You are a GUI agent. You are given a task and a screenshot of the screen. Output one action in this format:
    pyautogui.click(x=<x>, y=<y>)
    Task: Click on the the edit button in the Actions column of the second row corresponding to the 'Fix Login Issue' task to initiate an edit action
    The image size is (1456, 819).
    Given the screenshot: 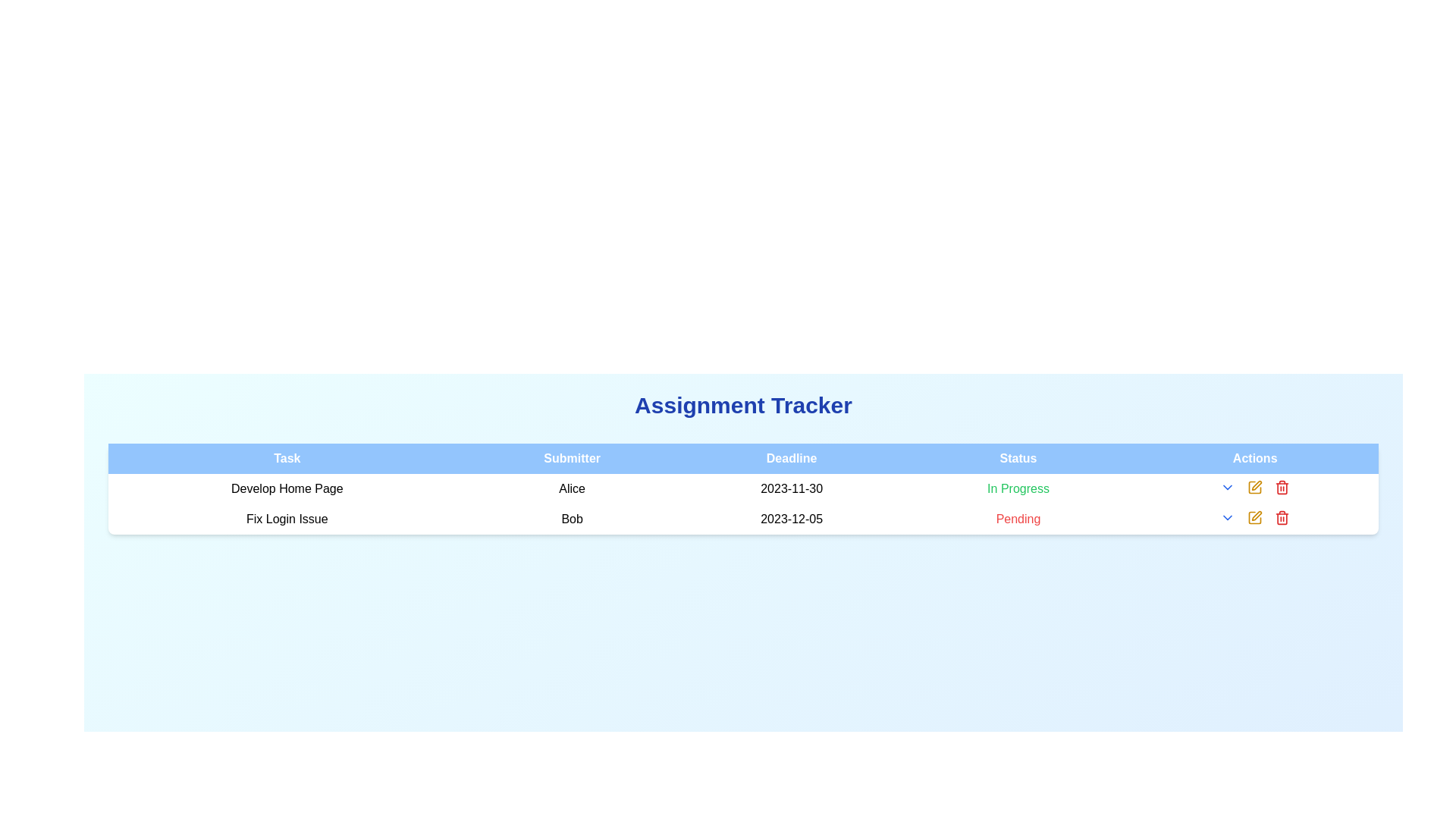 What is the action you would take?
    pyautogui.click(x=1255, y=488)
    